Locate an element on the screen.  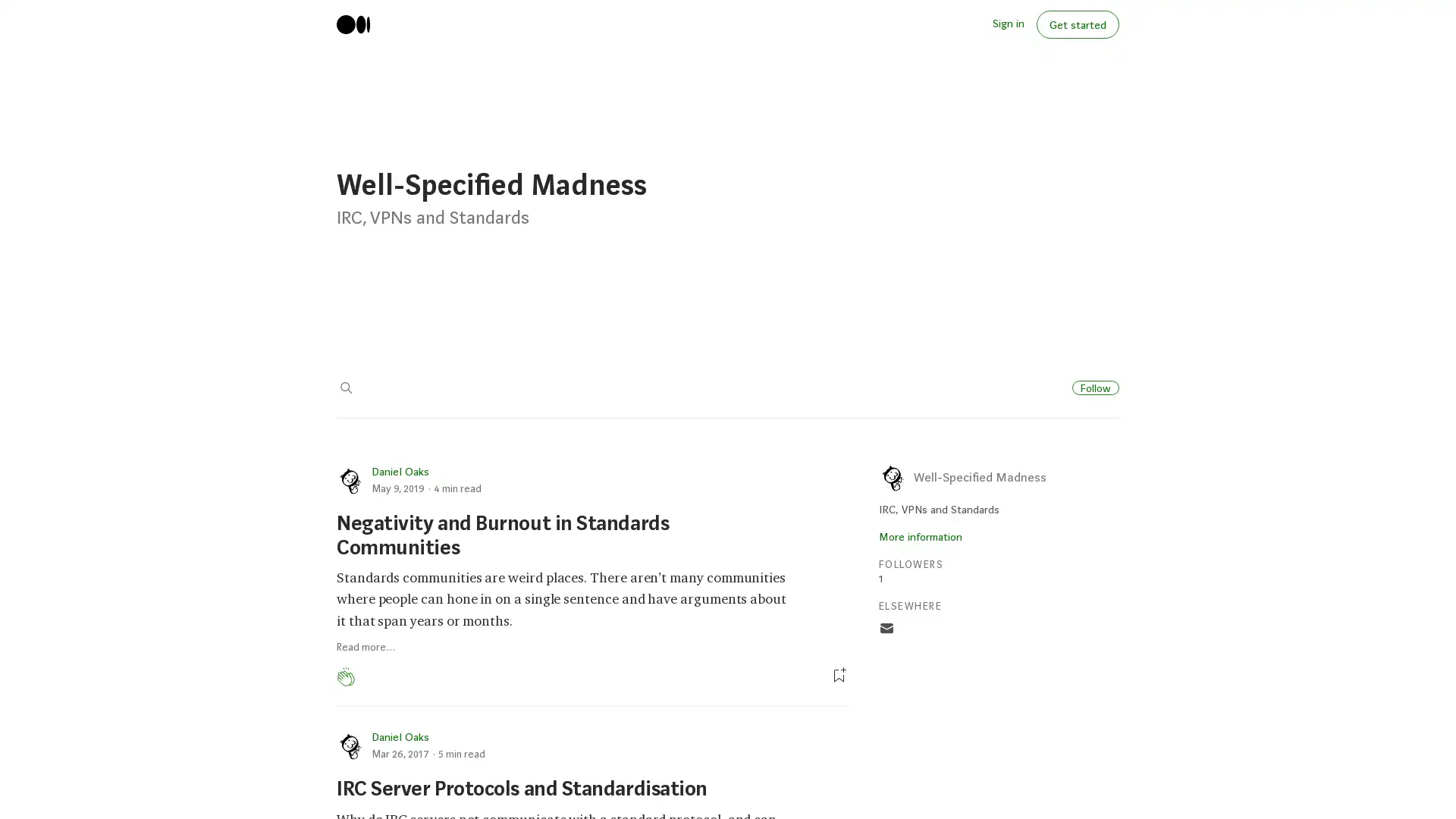
Follow is located at coordinates (1095, 386).